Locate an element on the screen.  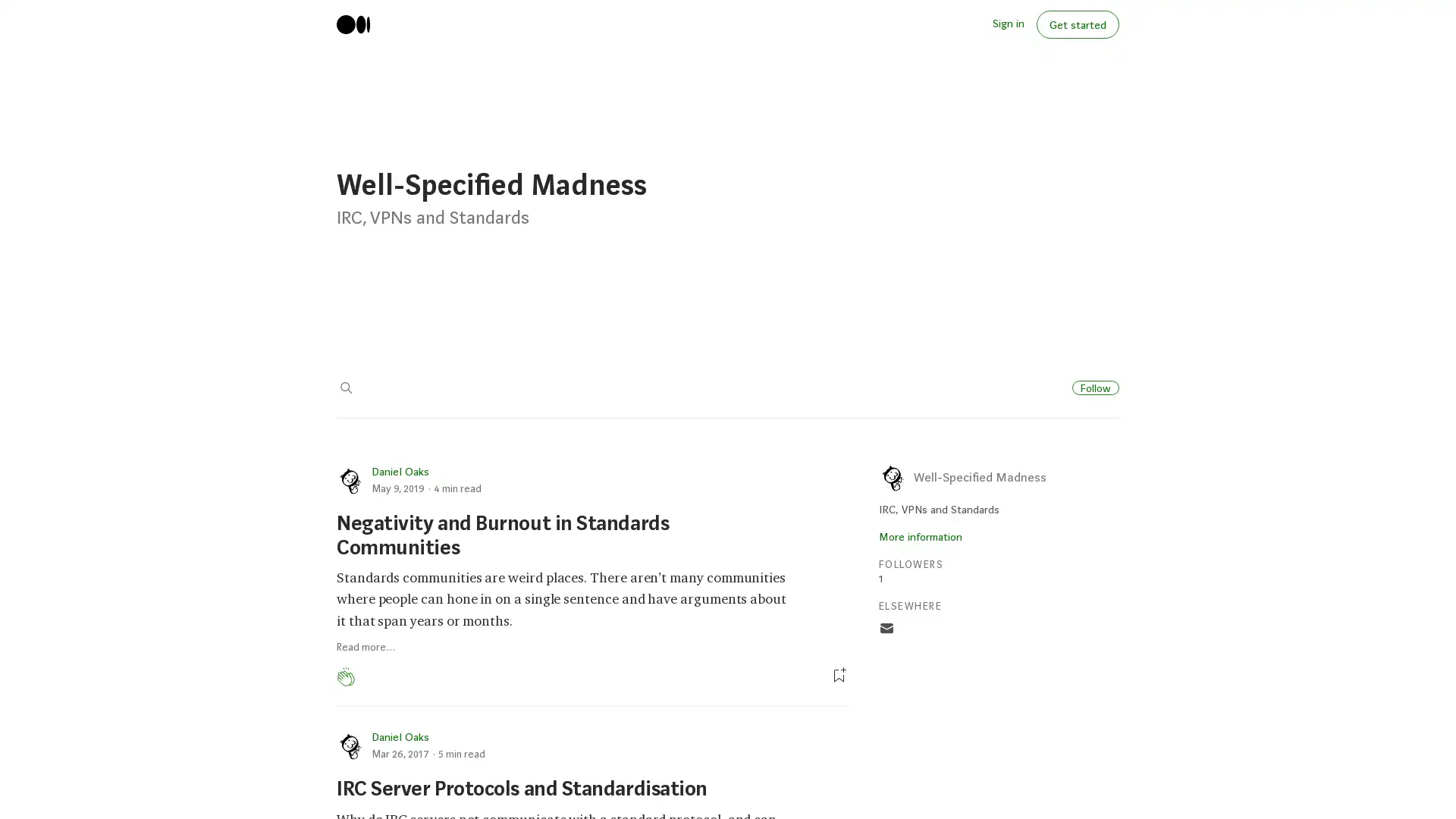
Follow is located at coordinates (1095, 386).